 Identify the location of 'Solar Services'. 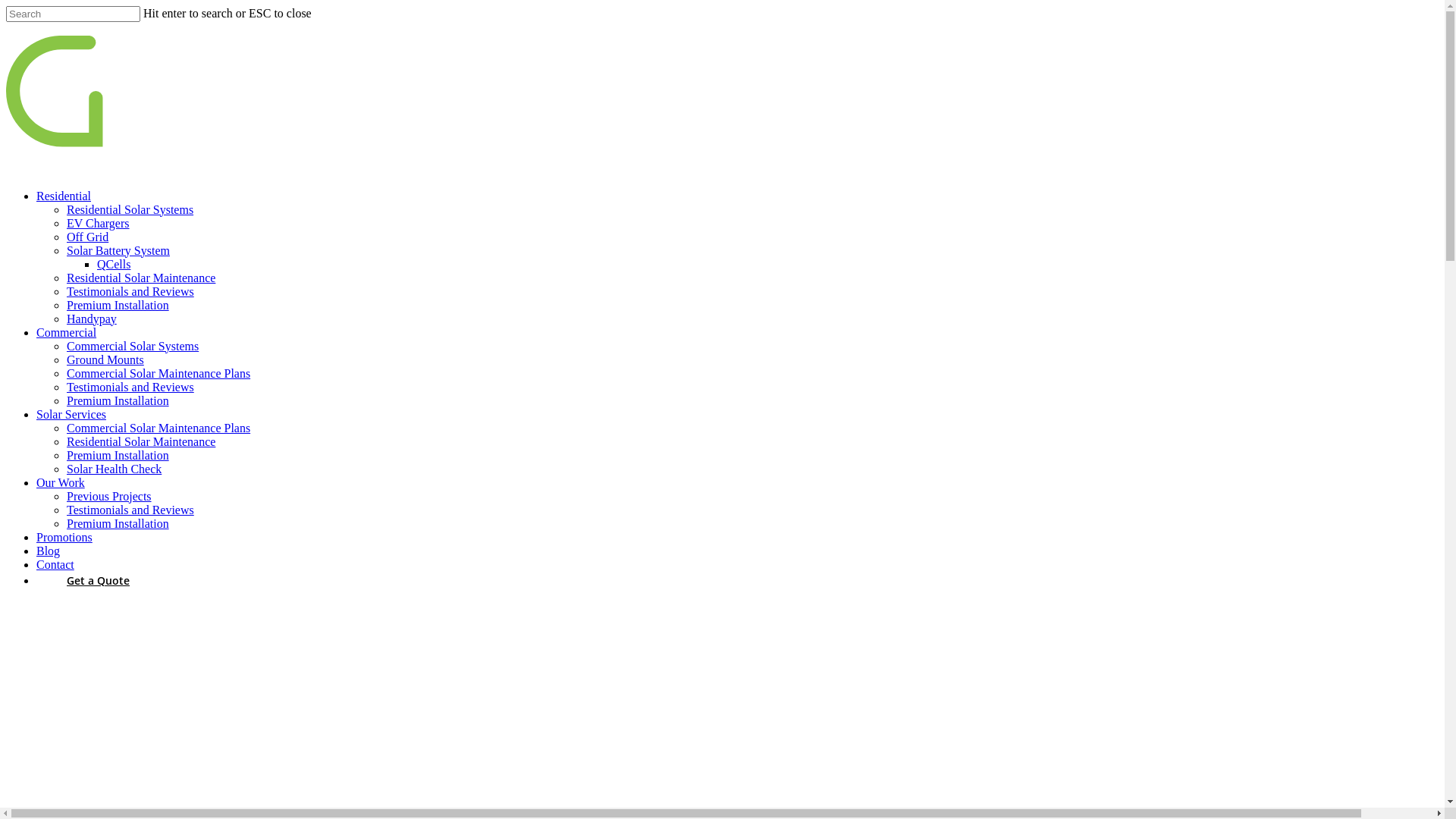
(71, 414).